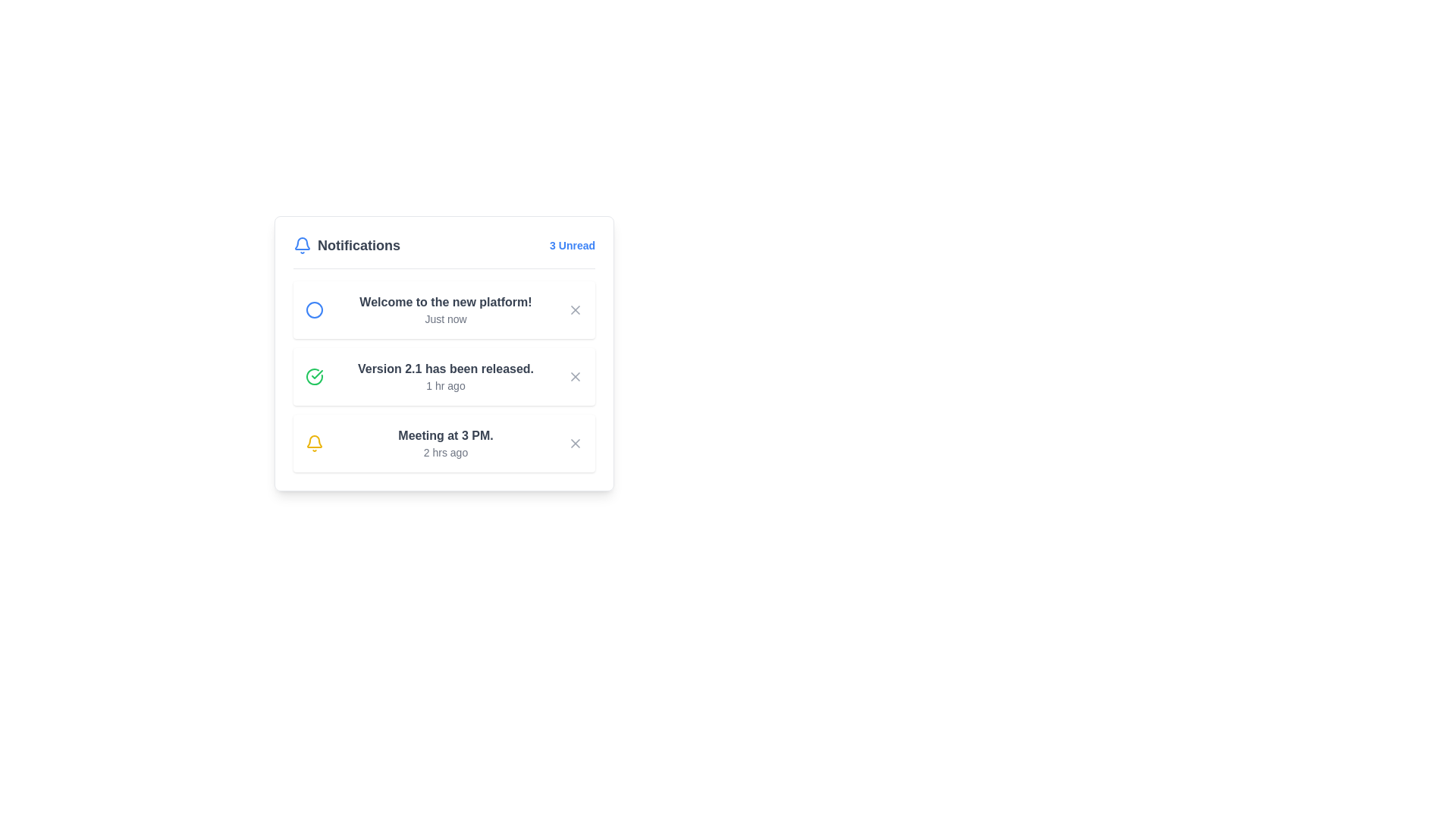  Describe the element at coordinates (443, 250) in the screenshot. I see `the information of the Header bar that summarizes the notification count and content, which includes a bell icon, the text 'Notifications', and '3 Unread'` at that location.